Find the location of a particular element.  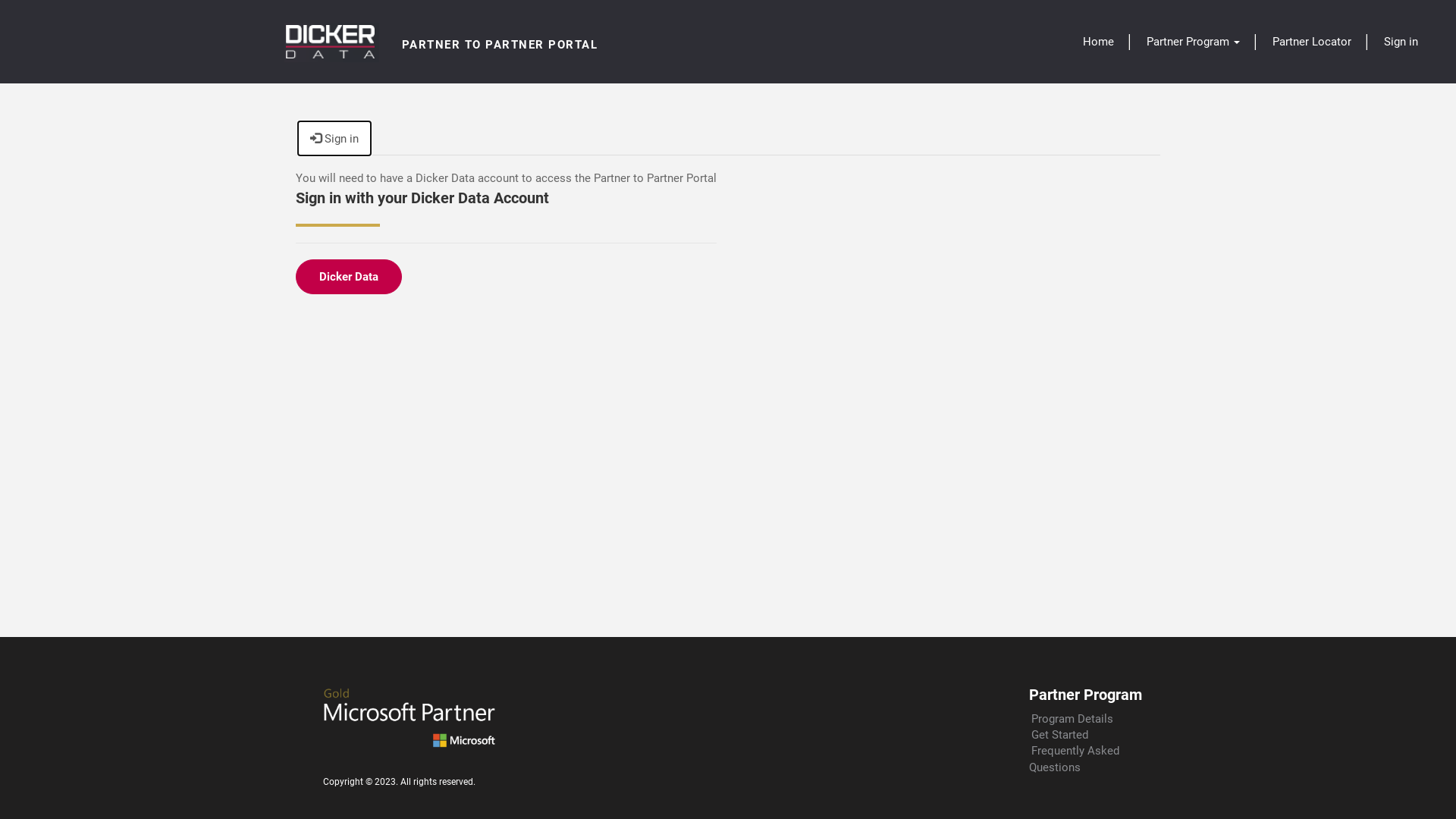

'Sign in' is located at coordinates (298, 138).